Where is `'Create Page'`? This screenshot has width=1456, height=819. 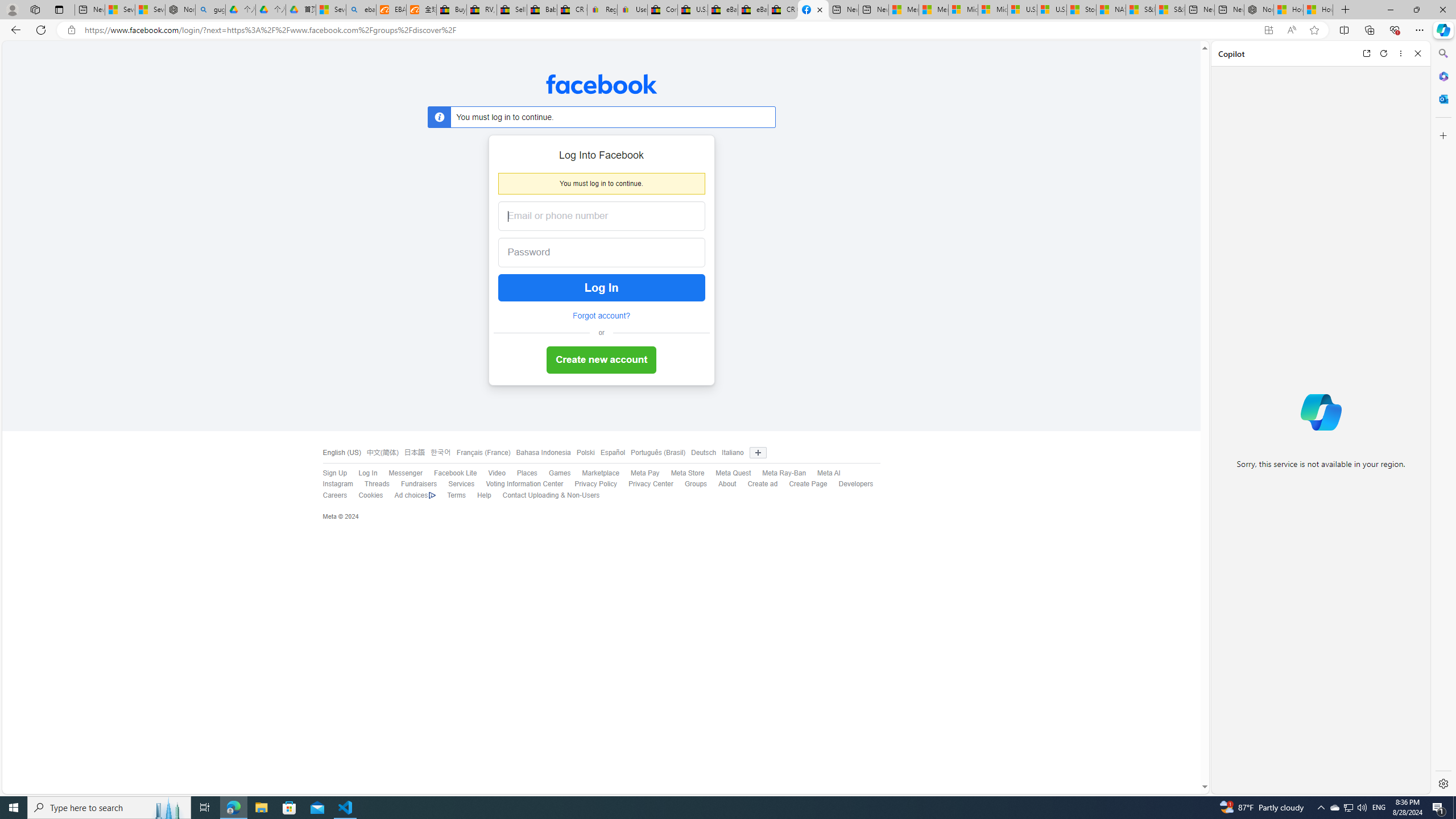
'Create Page' is located at coordinates (807, 483).